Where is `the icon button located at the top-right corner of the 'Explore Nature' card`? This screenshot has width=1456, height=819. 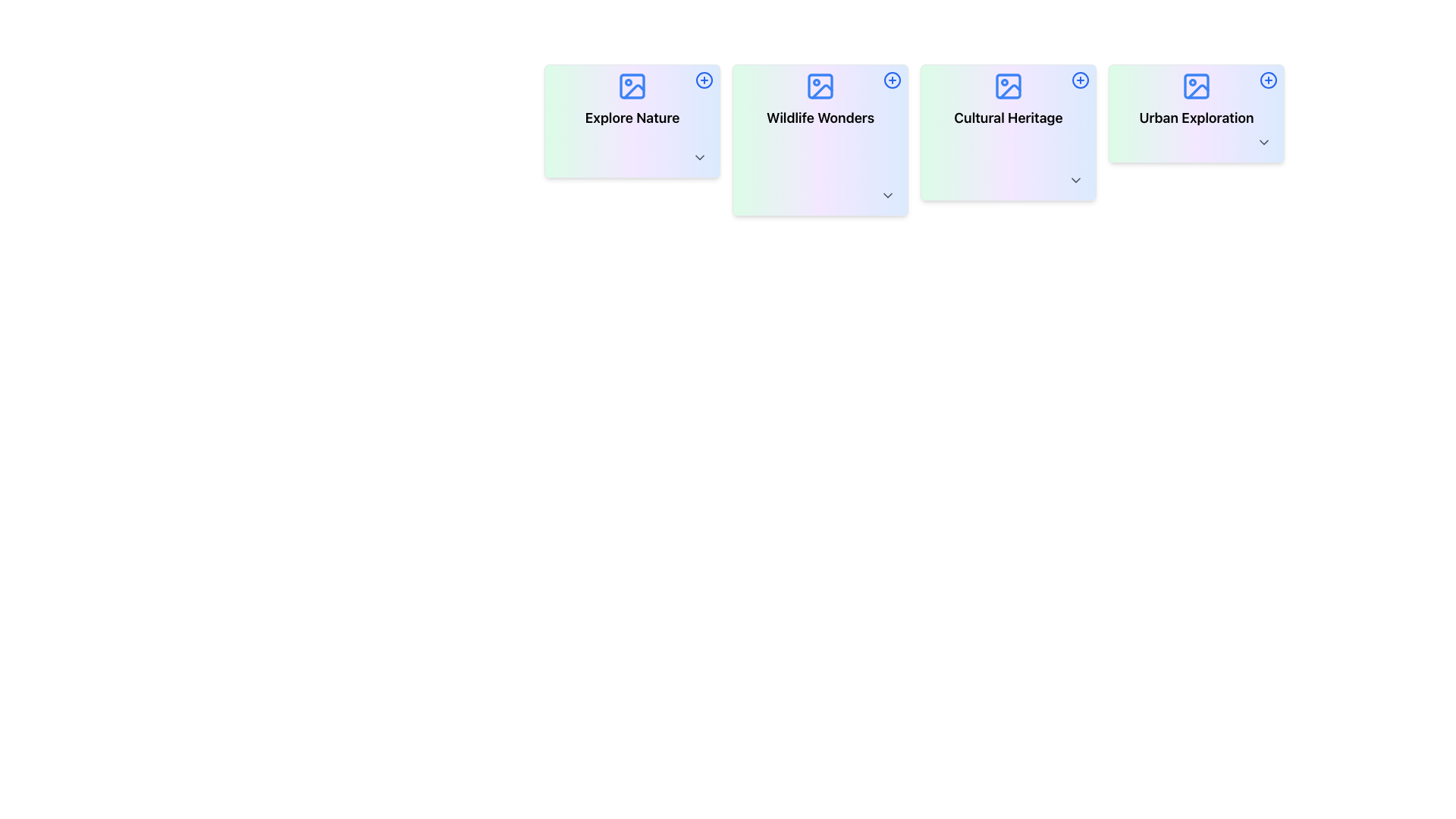
the icon button located at the top-right corner of the 'Explore Nature' card is located at coordinates (704, 80).